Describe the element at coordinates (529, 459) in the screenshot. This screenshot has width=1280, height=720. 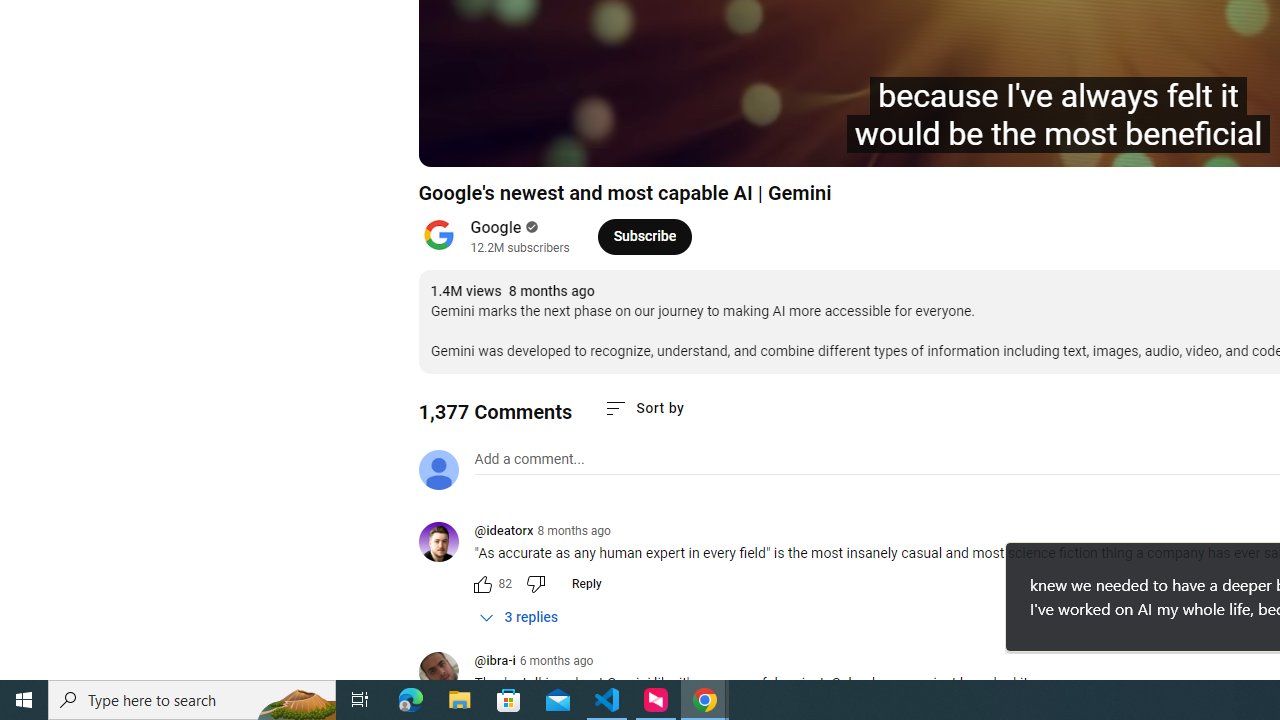
I see `'AutomationID: simplebox-placeholder'` at that location.